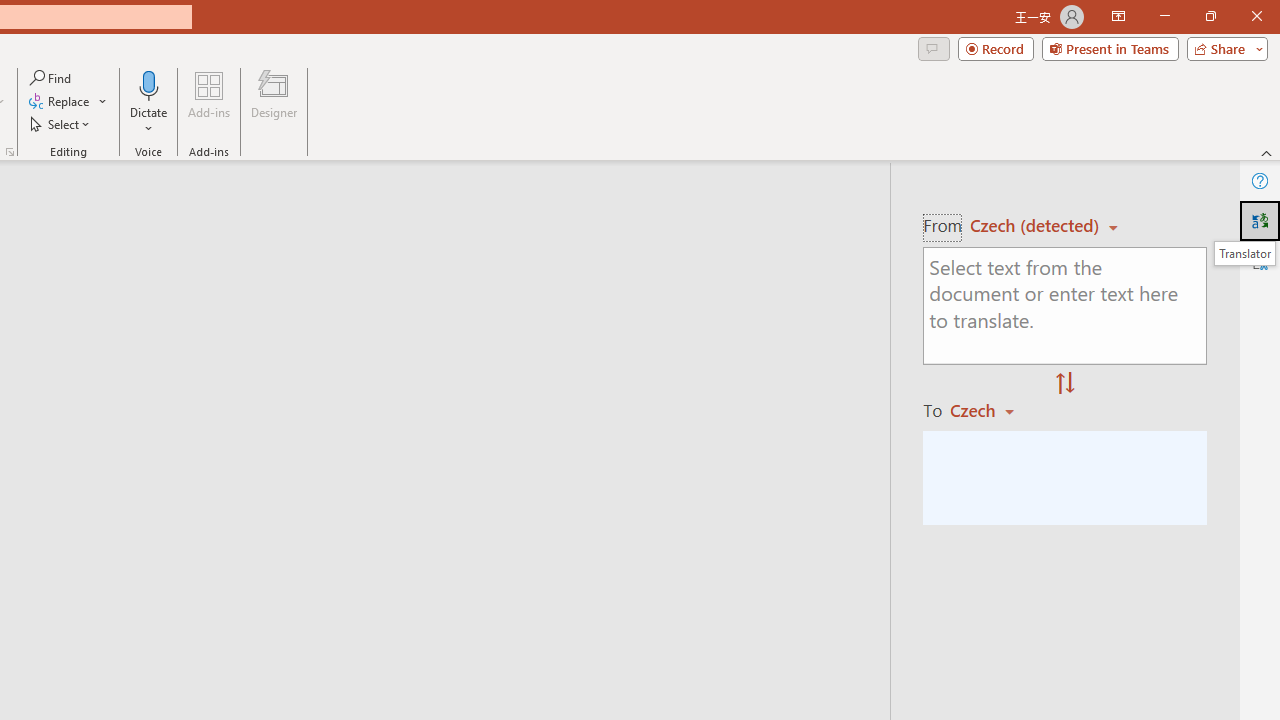 The image size is (1280, 720). What do you see at coordinates (1037, 225) in the screenshot?
I see `'Czech (detected)'` at bounding box center [1037, 225].